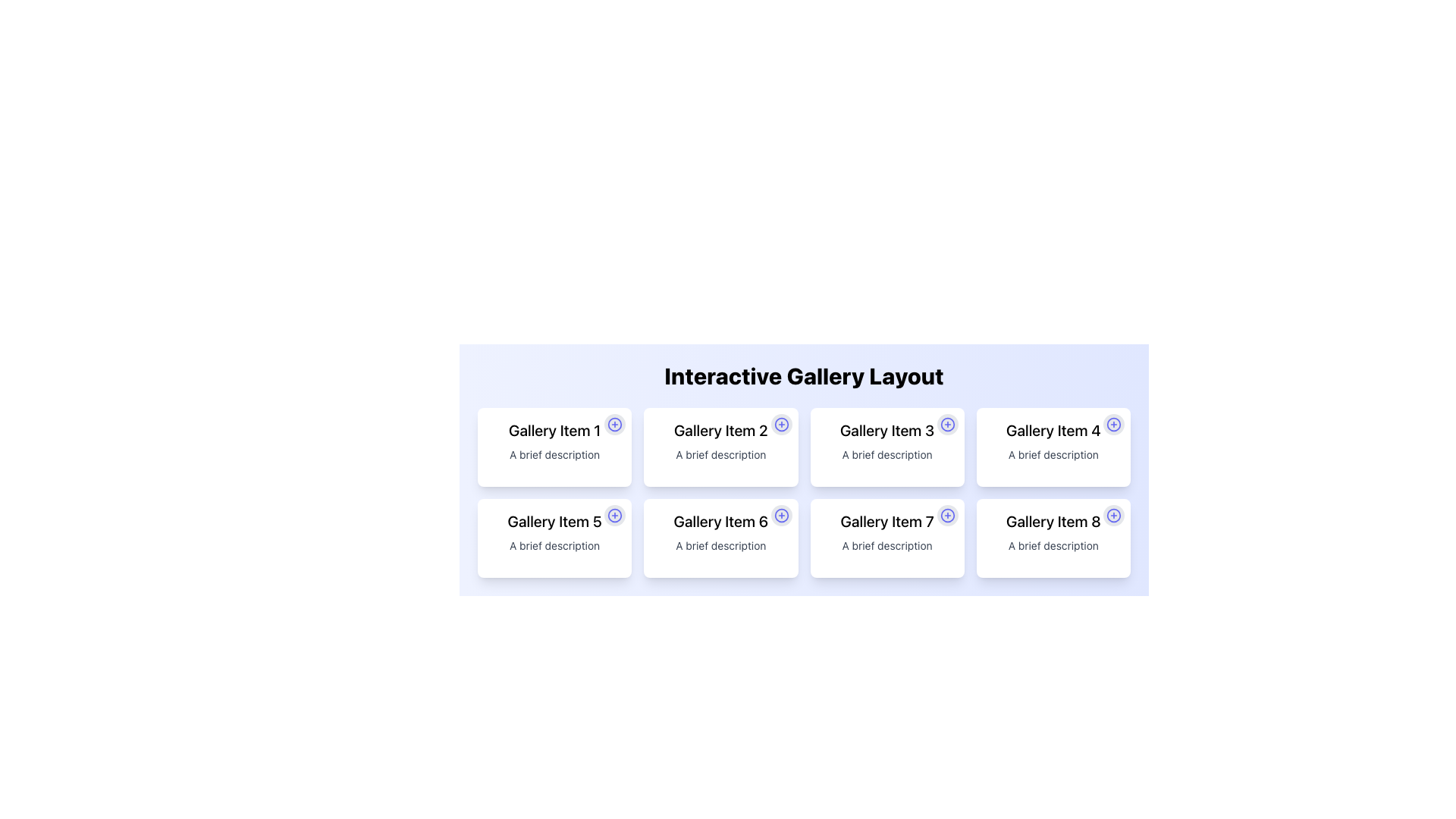  Describe the element at coordinates (615, 514) in the screenshot. I see `the add button located in the top-right corner of the card labeled 'Gallery Item 5'` at that location.